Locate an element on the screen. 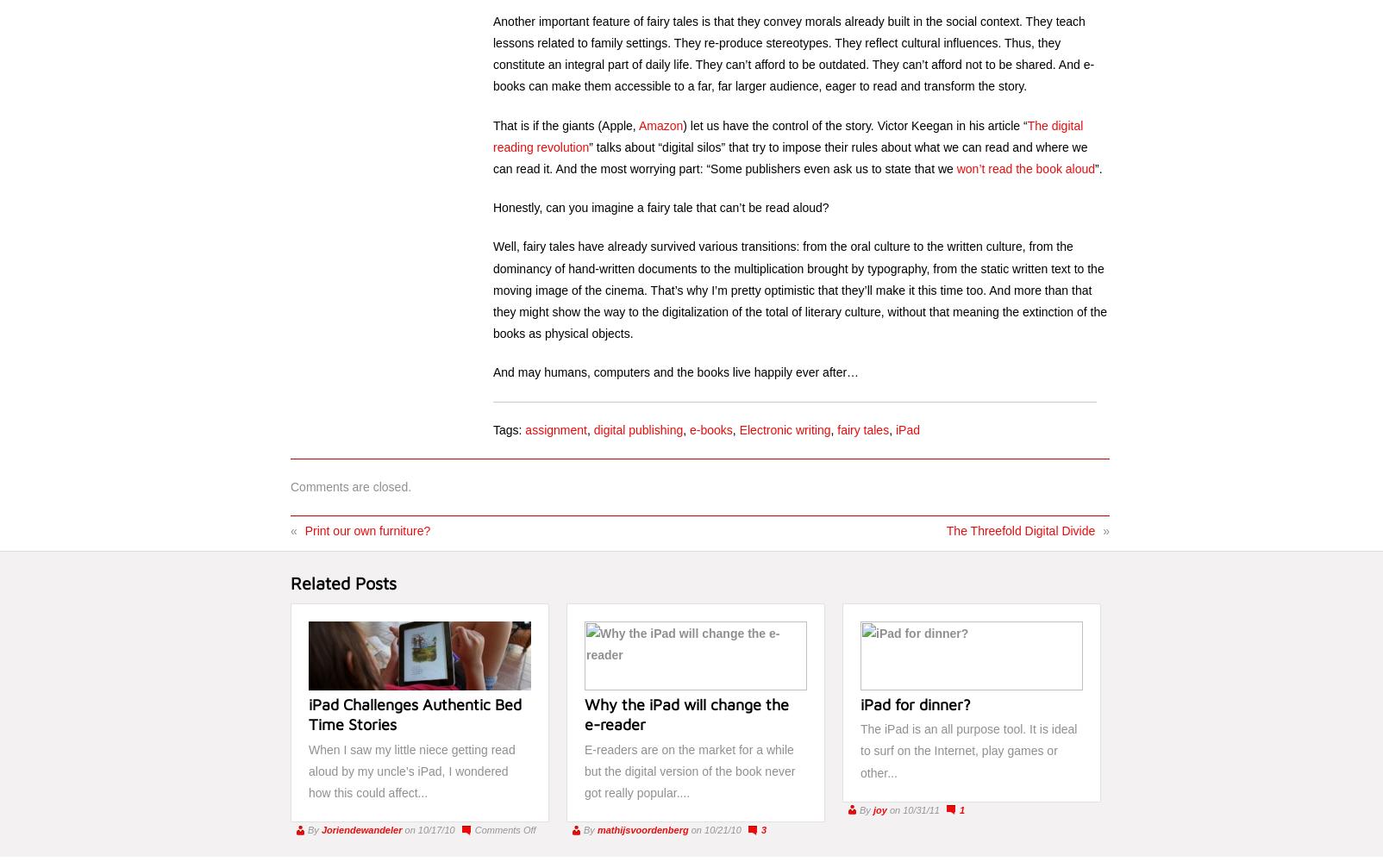 The width and height of the screenshot is (1383, 868). 'Comments Off' is located at coordinates (504, 828).